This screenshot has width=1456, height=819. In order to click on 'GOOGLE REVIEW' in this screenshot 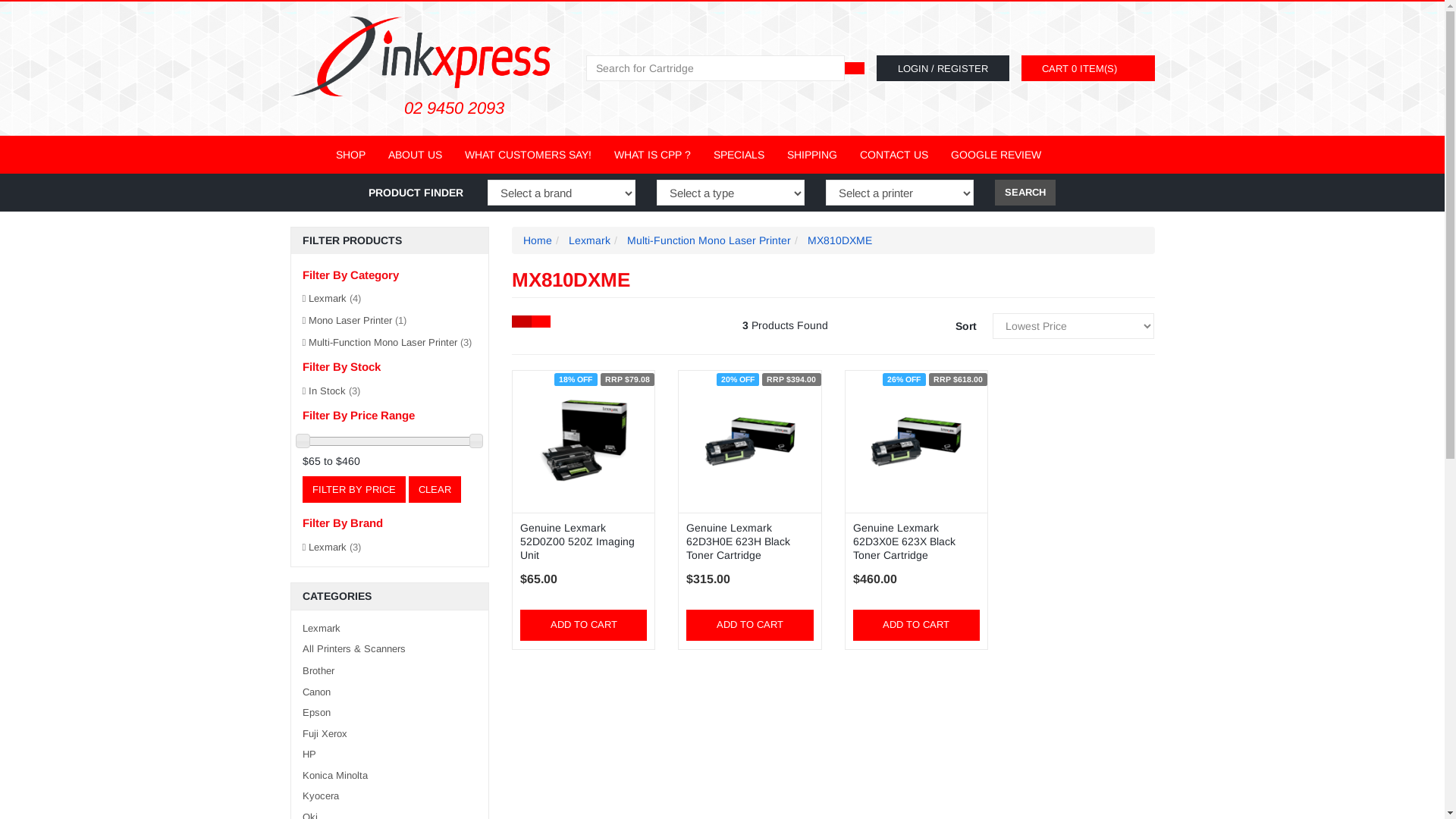, I will do `click(995, 155)`.